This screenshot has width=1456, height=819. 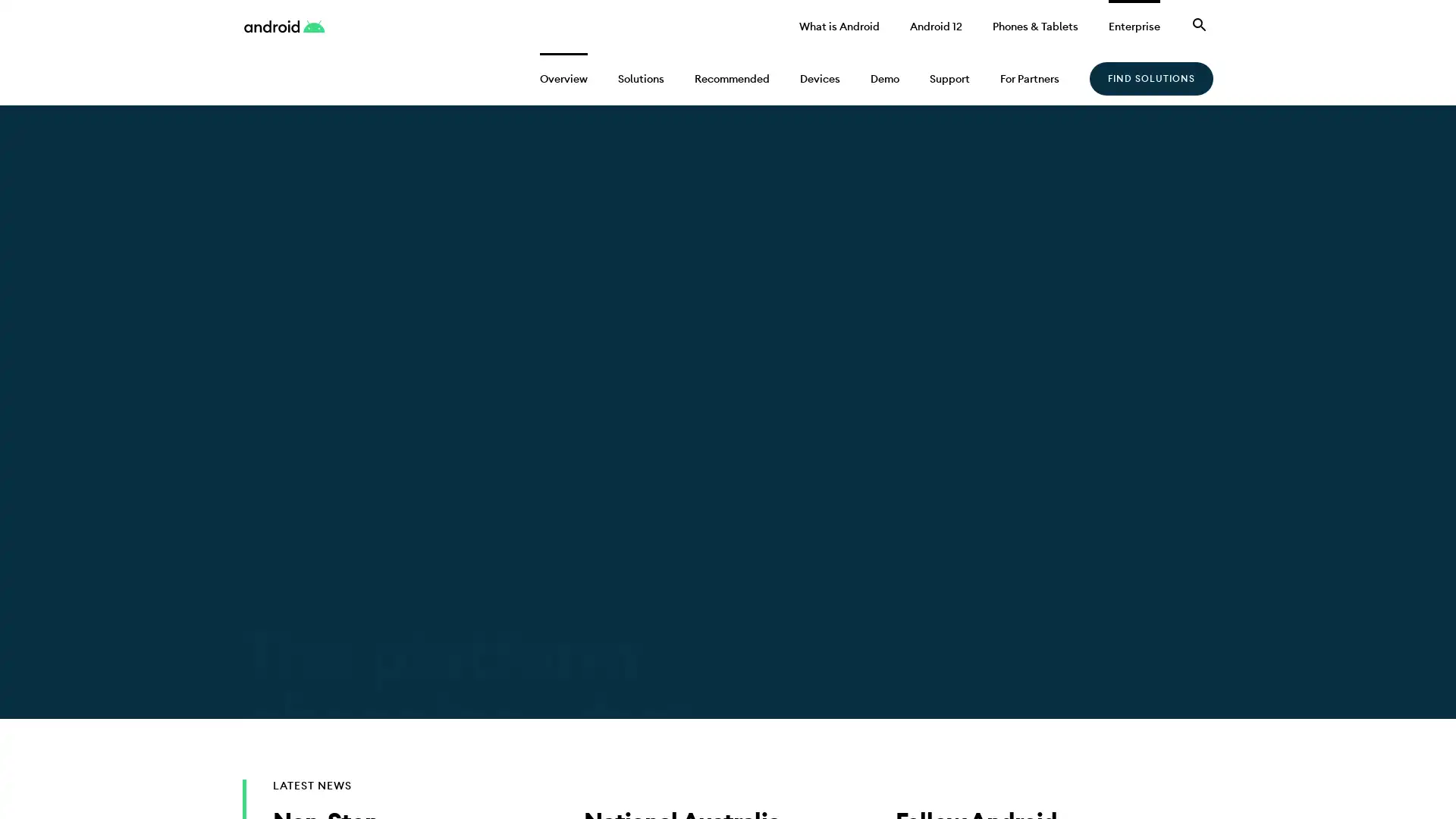 What do you see at coordinates (1160, 783) in the screenshot?
I see `OK` at bounding box center [1160, 783].